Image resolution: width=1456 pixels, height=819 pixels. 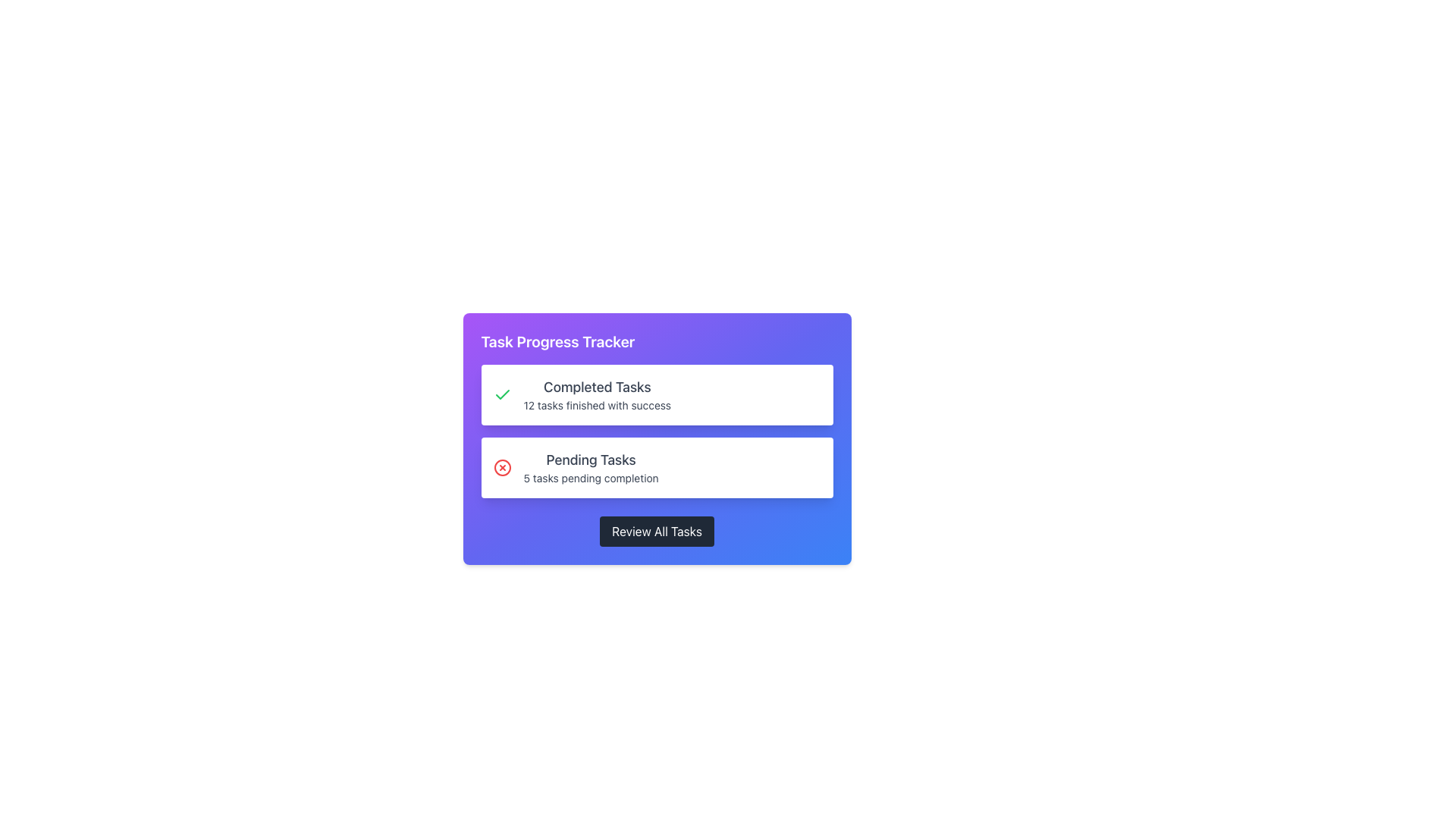 What do you see at coordinates (596, 394) in the screenshot?
I see `information displayed in the textual area labeled 'Completed Tasks' which shows '12 tasks finished with success'` at bounding box center [596, 394].